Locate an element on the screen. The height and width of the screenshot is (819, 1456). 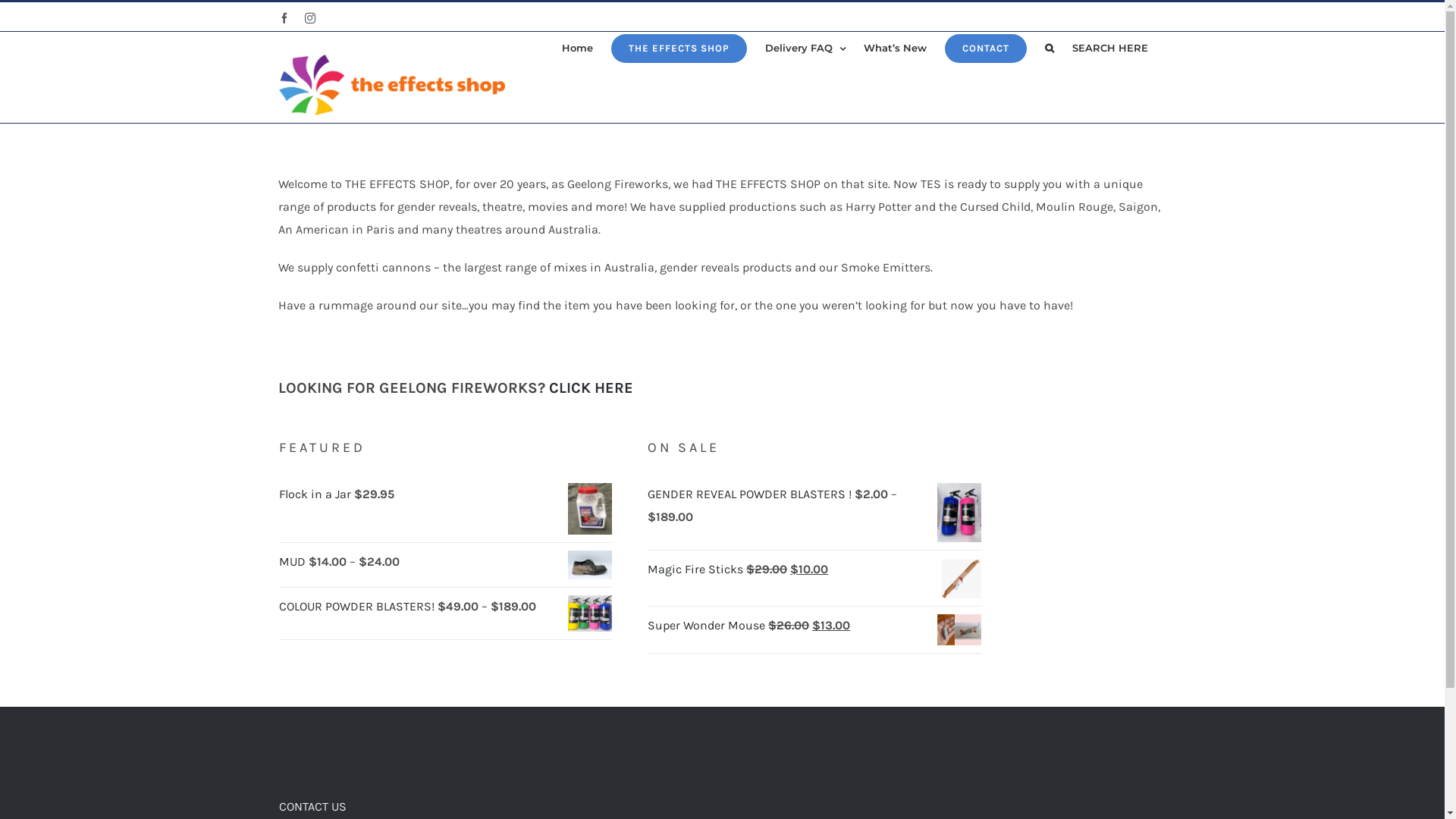
'SEARCH HERE' is located at coordinates (1072, 47).